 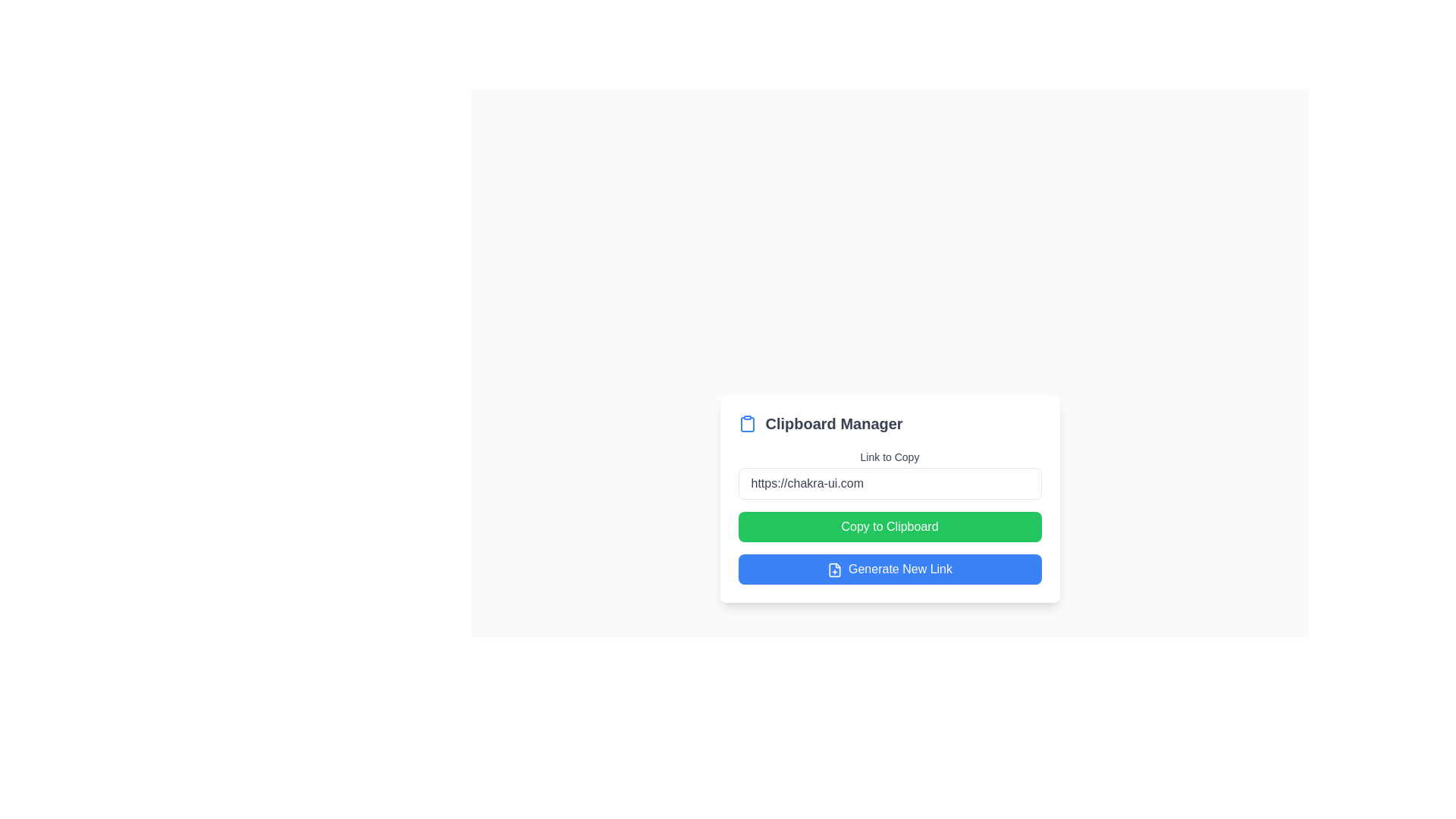 I want to click on clipboard icon located to the left of the 'Clipboard Manager' title, which represents clipboard functionalities, so click(x=747, y=424).